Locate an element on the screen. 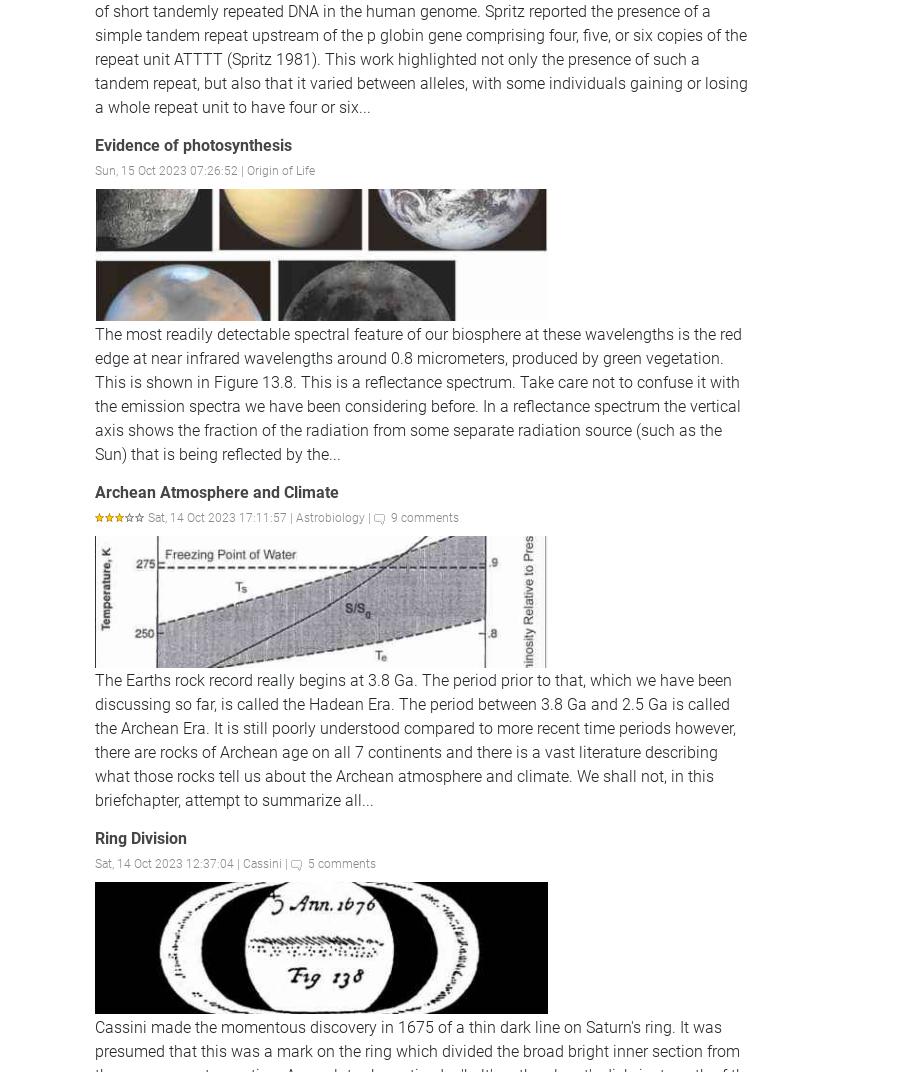  'Archean Atmosphere and Climate' is located at coordinates (95, 491).